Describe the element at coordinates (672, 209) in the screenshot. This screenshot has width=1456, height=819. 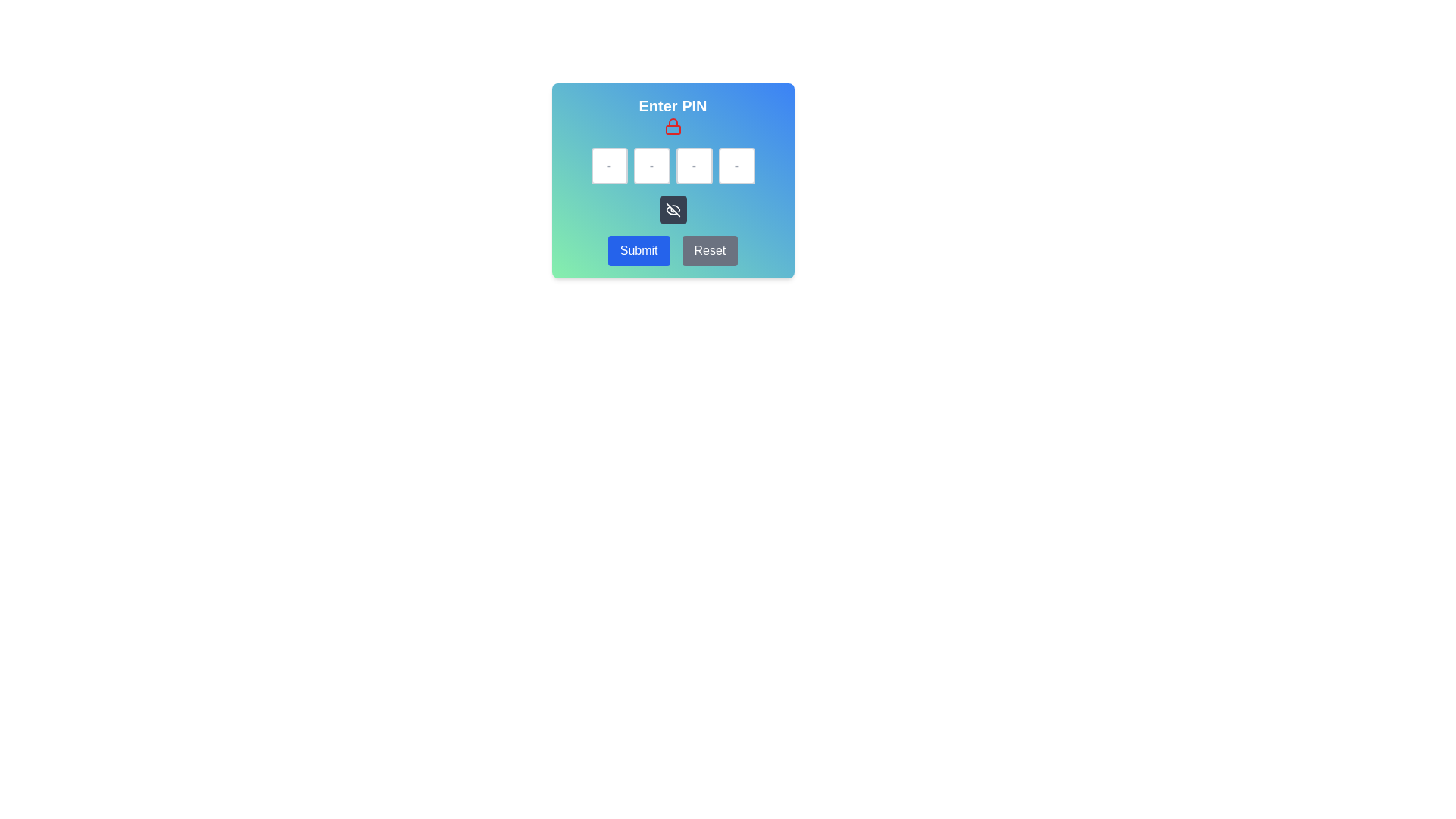
I see `the visibility toggle button located below the PIN input fields to switch between masked and unmasked states` at that location.